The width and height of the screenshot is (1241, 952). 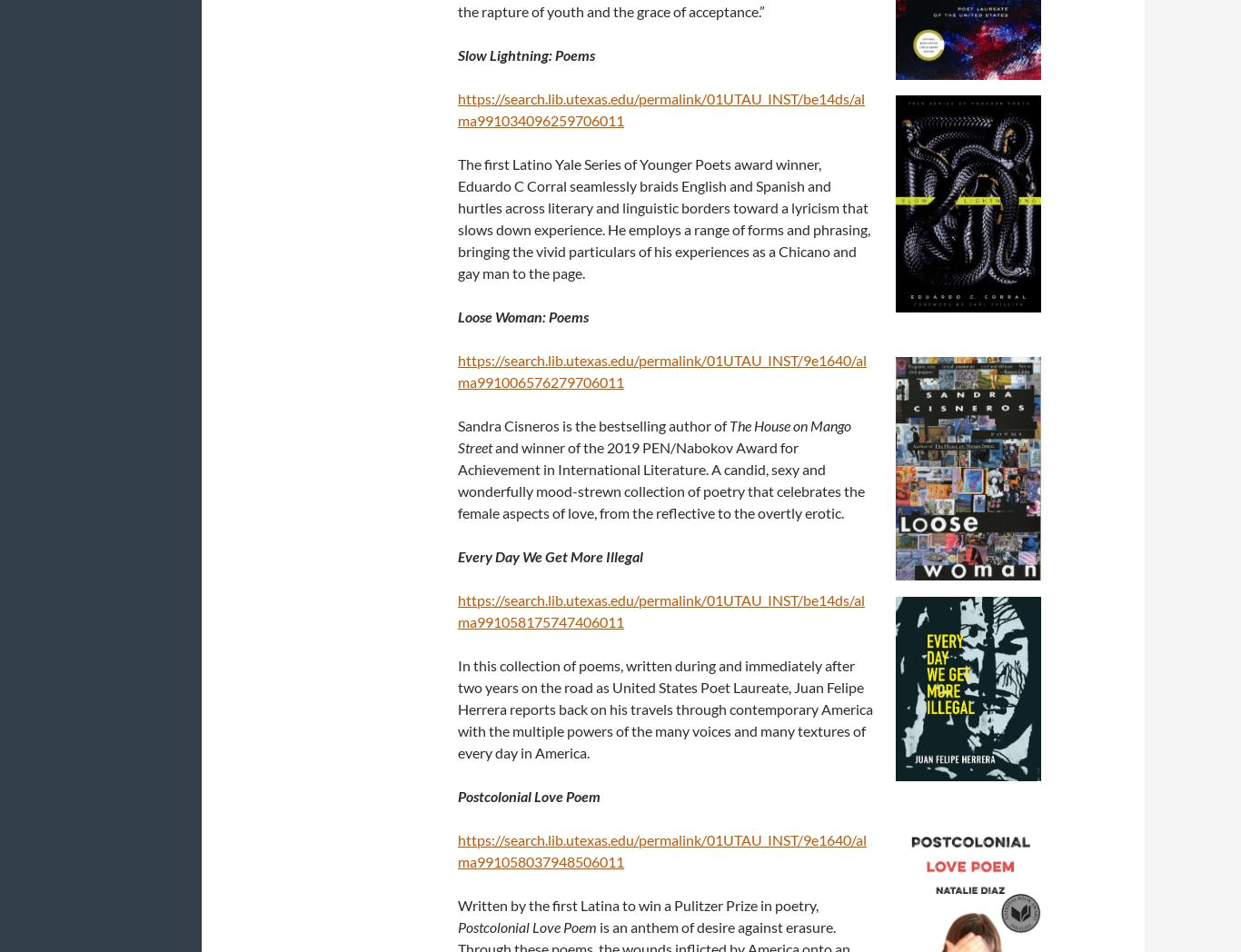 I want to click on 'Every Day We Get More Illegal', so click(x=549, y=555).